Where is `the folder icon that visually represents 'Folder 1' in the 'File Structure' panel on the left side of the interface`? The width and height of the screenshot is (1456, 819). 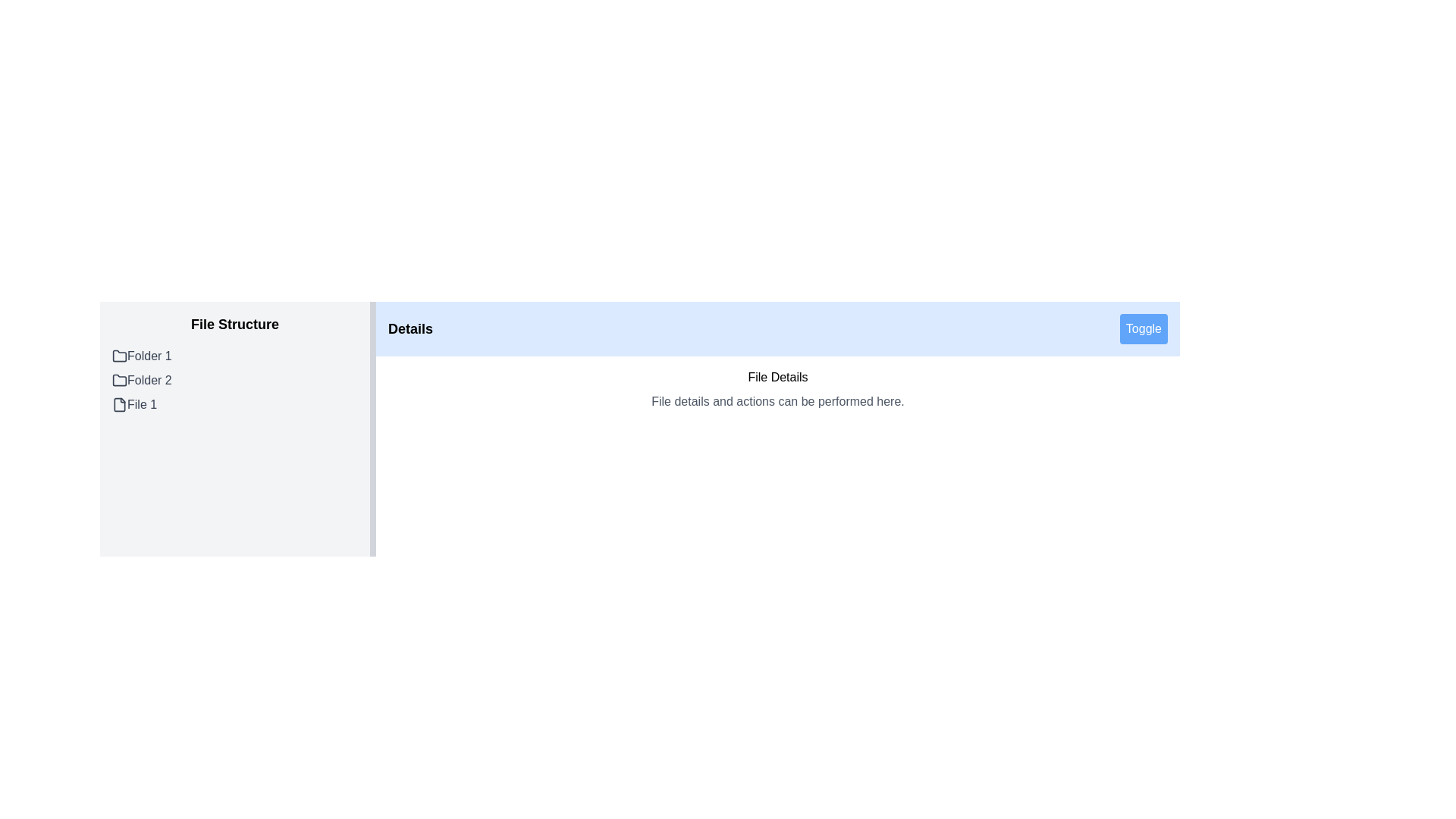
the folder icon that visually represents 'Folder 1' in the 'File Structure' panel on the left side of the interface is located at coordinates (119, 356).